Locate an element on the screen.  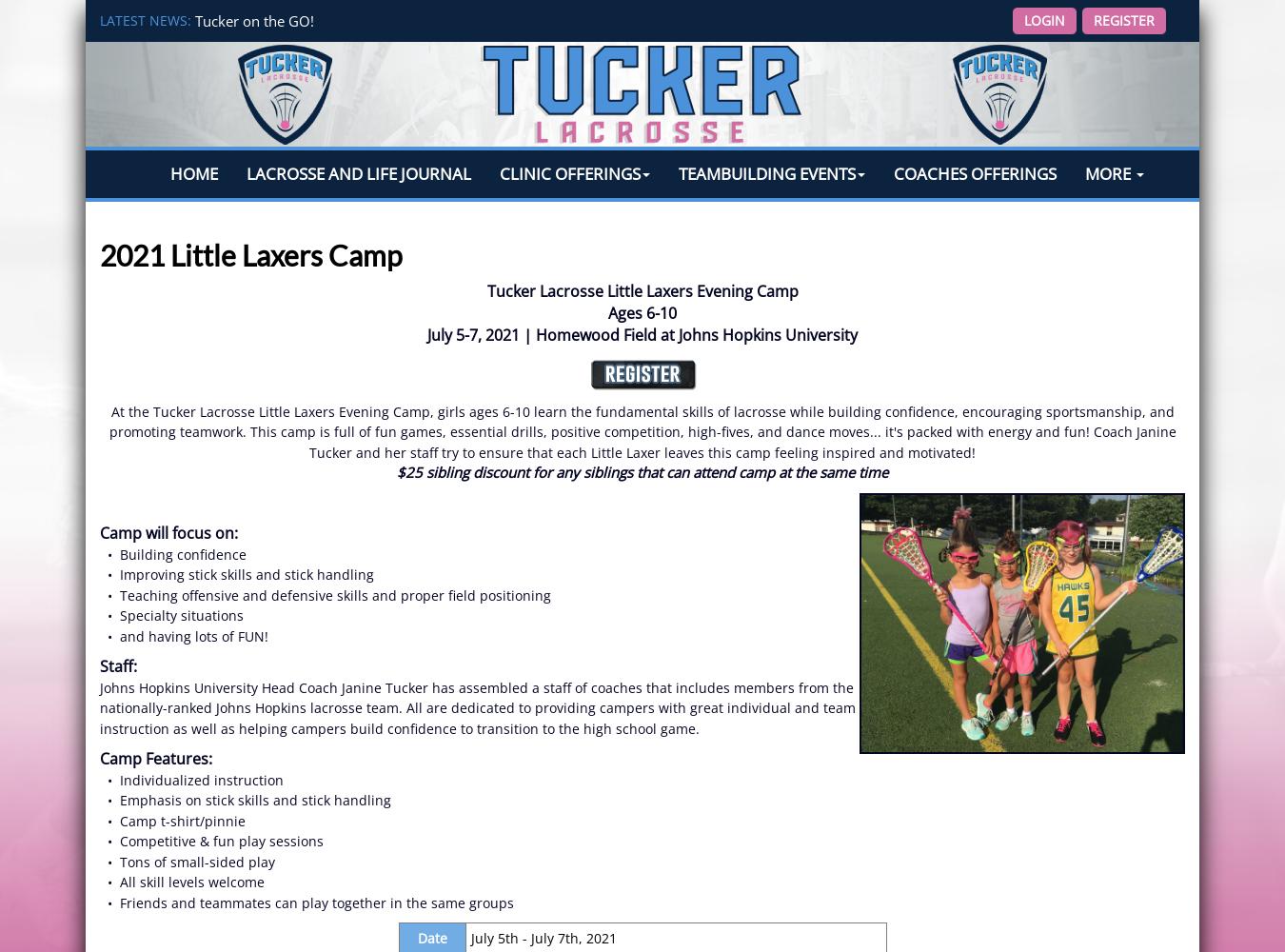
'•  Emphasis on stick skills and stick handling' is located at coordinates (244, 799).